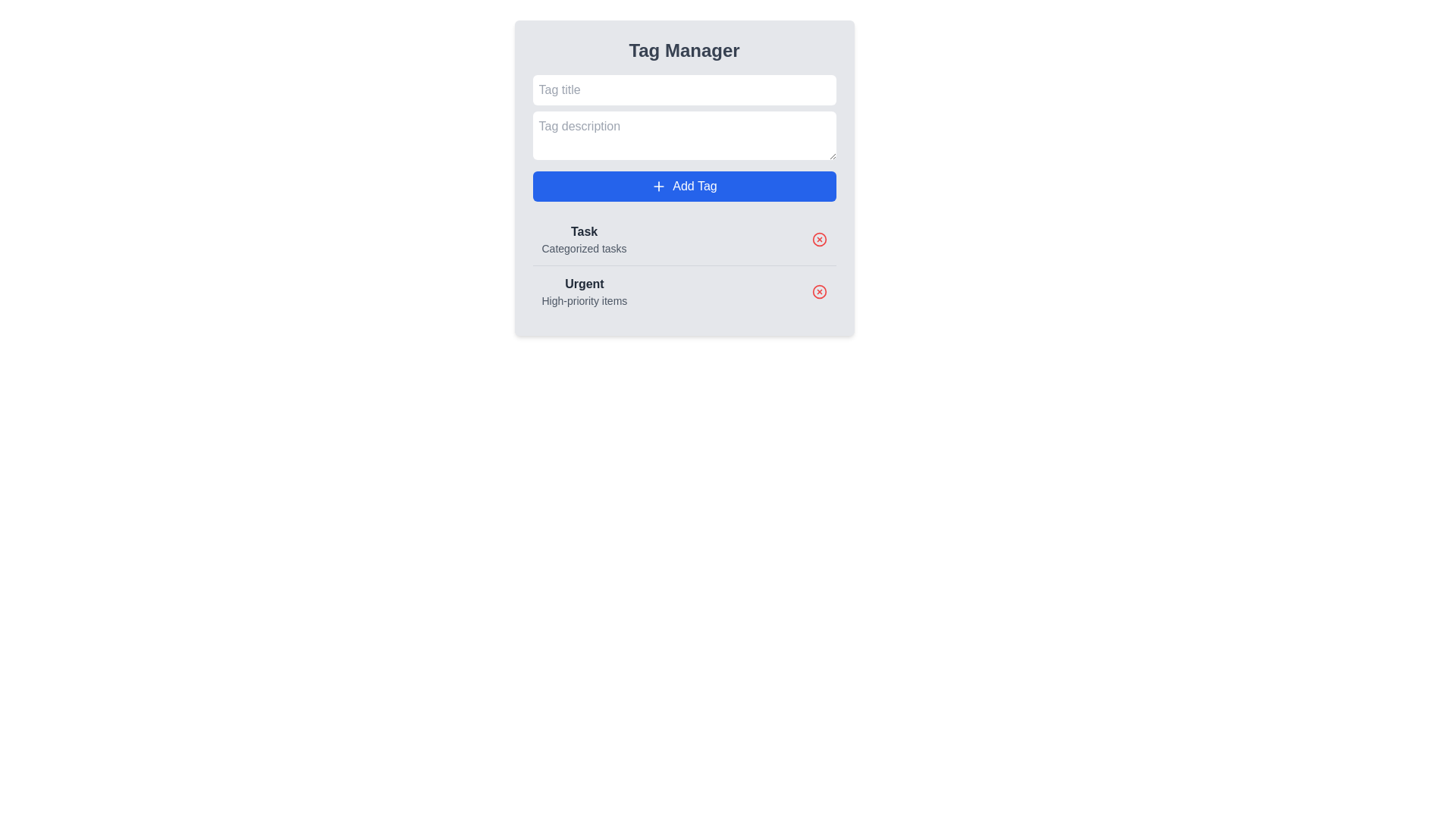  Describe the element at coordinates (683, 186) in the screenshot. I see `the blue 'Add Tag' button located beneath the 'Tag title' and 'Tag description' input fields` at that location.